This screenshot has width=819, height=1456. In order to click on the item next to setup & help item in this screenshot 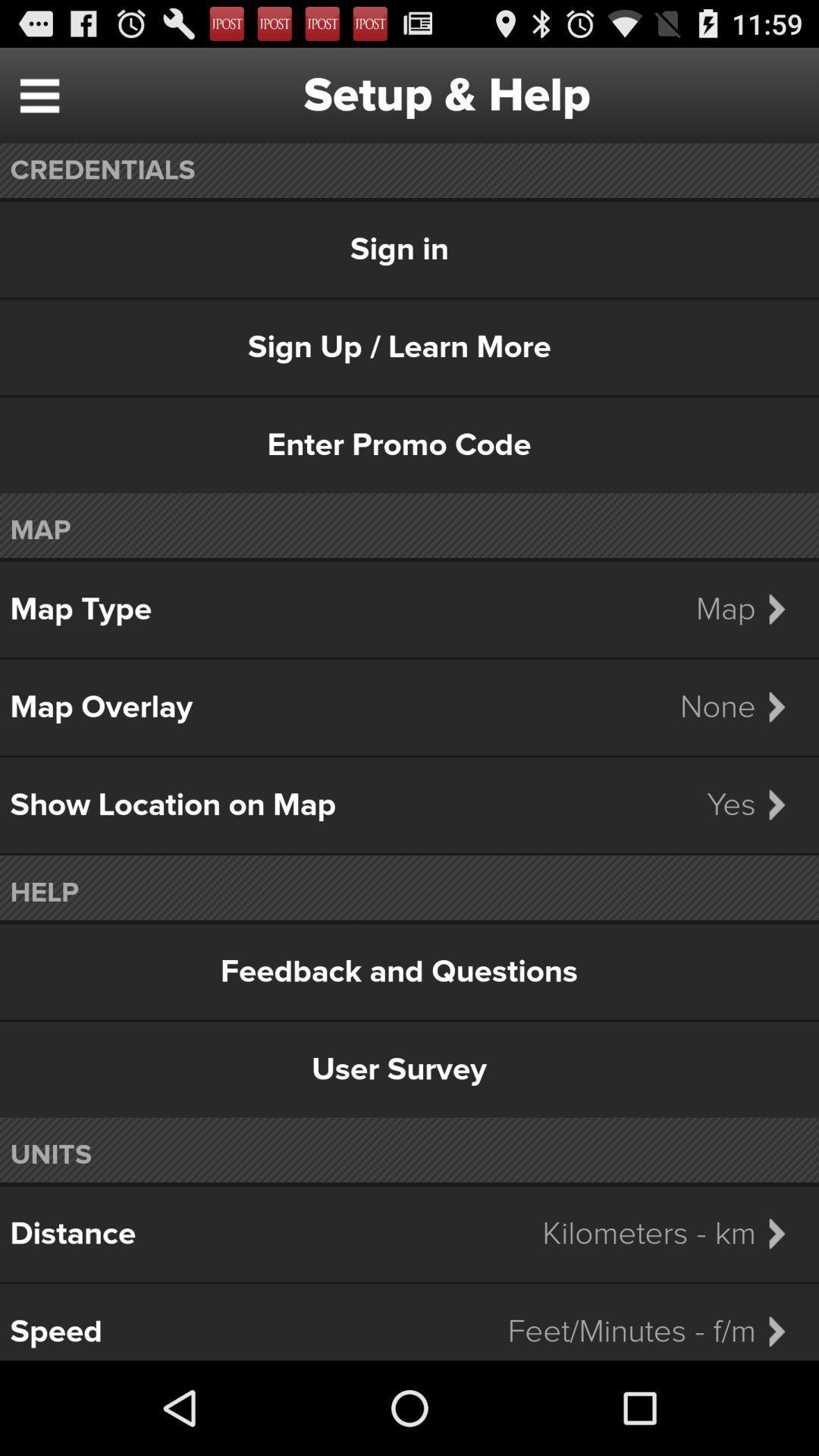, I will do `click(39, 94)`.